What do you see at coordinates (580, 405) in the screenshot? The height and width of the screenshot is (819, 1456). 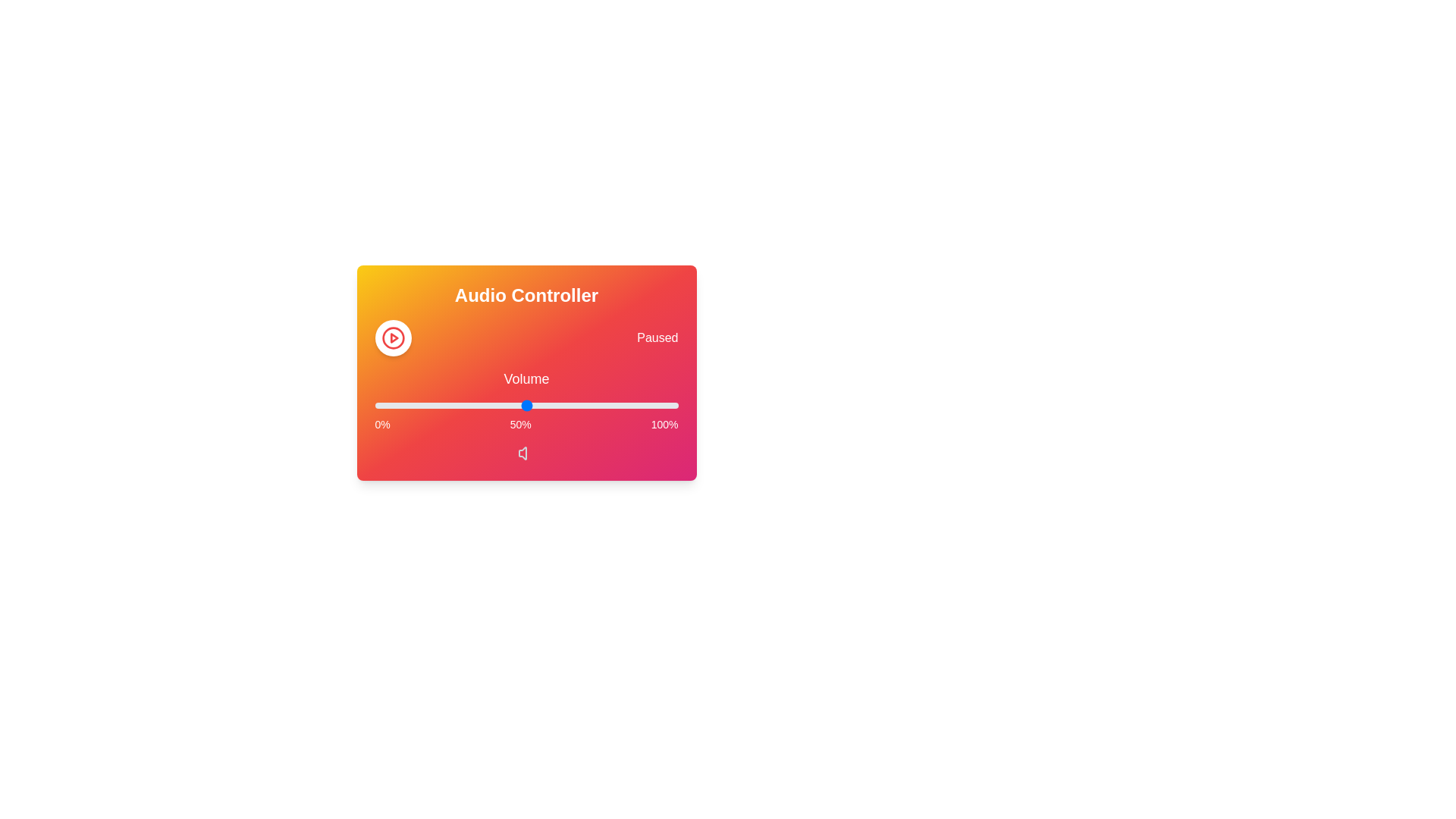 I see `the volume slider to 68%` at bounding box center [580, 405].